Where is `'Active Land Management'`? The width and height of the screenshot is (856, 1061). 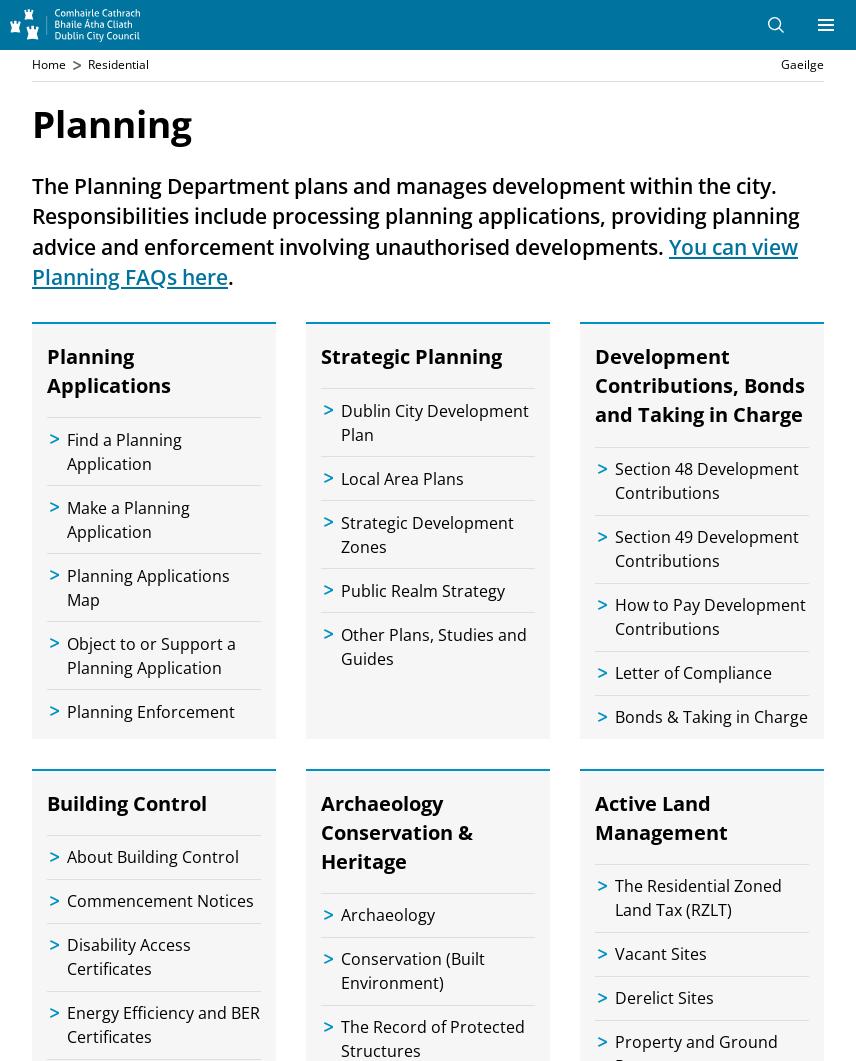
'Active Land Management' is located at coordinates (660, 816).